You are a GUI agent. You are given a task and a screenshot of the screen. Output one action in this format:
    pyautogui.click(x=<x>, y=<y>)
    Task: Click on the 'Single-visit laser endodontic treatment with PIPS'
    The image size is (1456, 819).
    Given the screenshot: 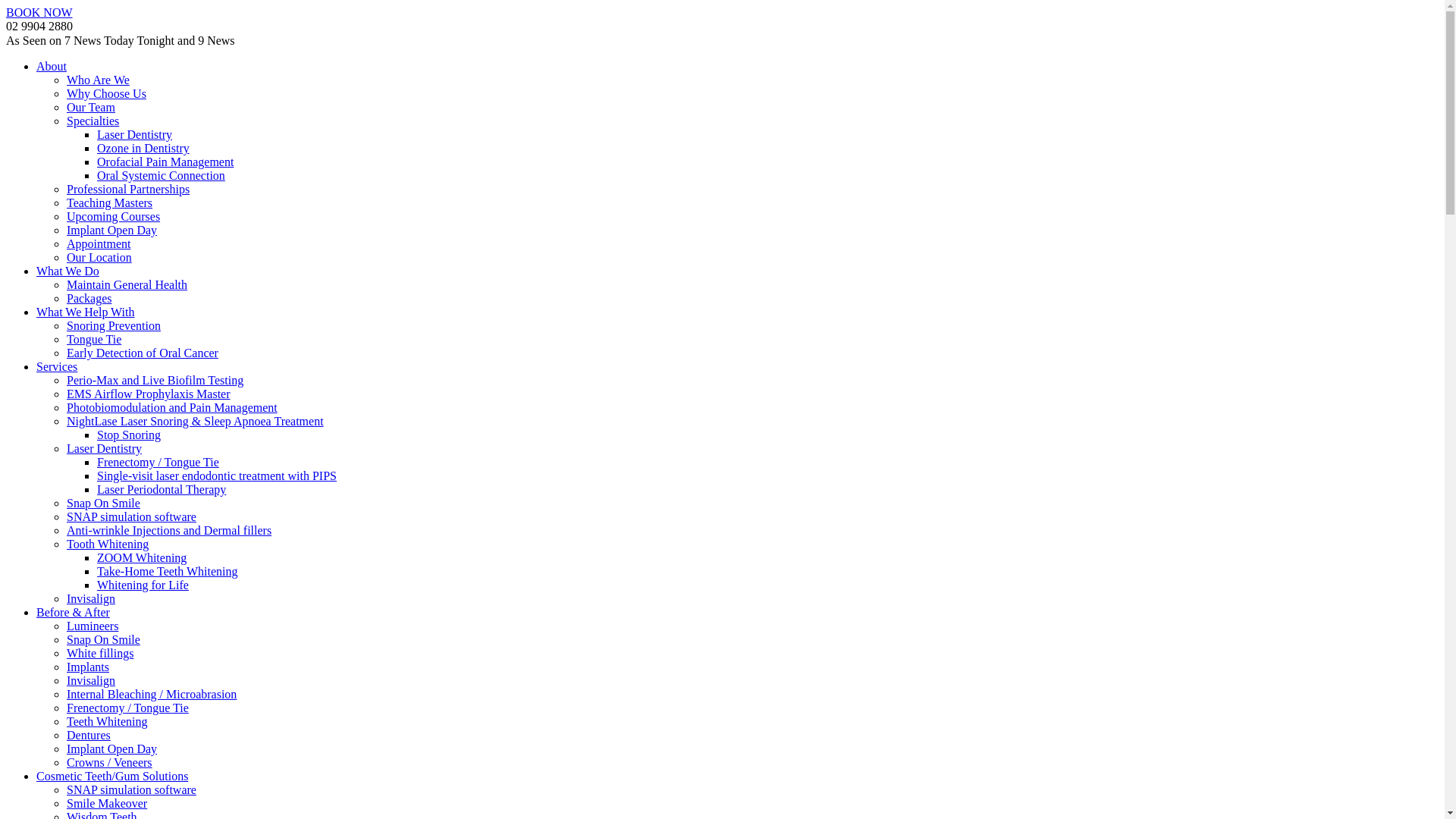 What is the action you would take?
    pyautogui.click(x=216, y=475)
    